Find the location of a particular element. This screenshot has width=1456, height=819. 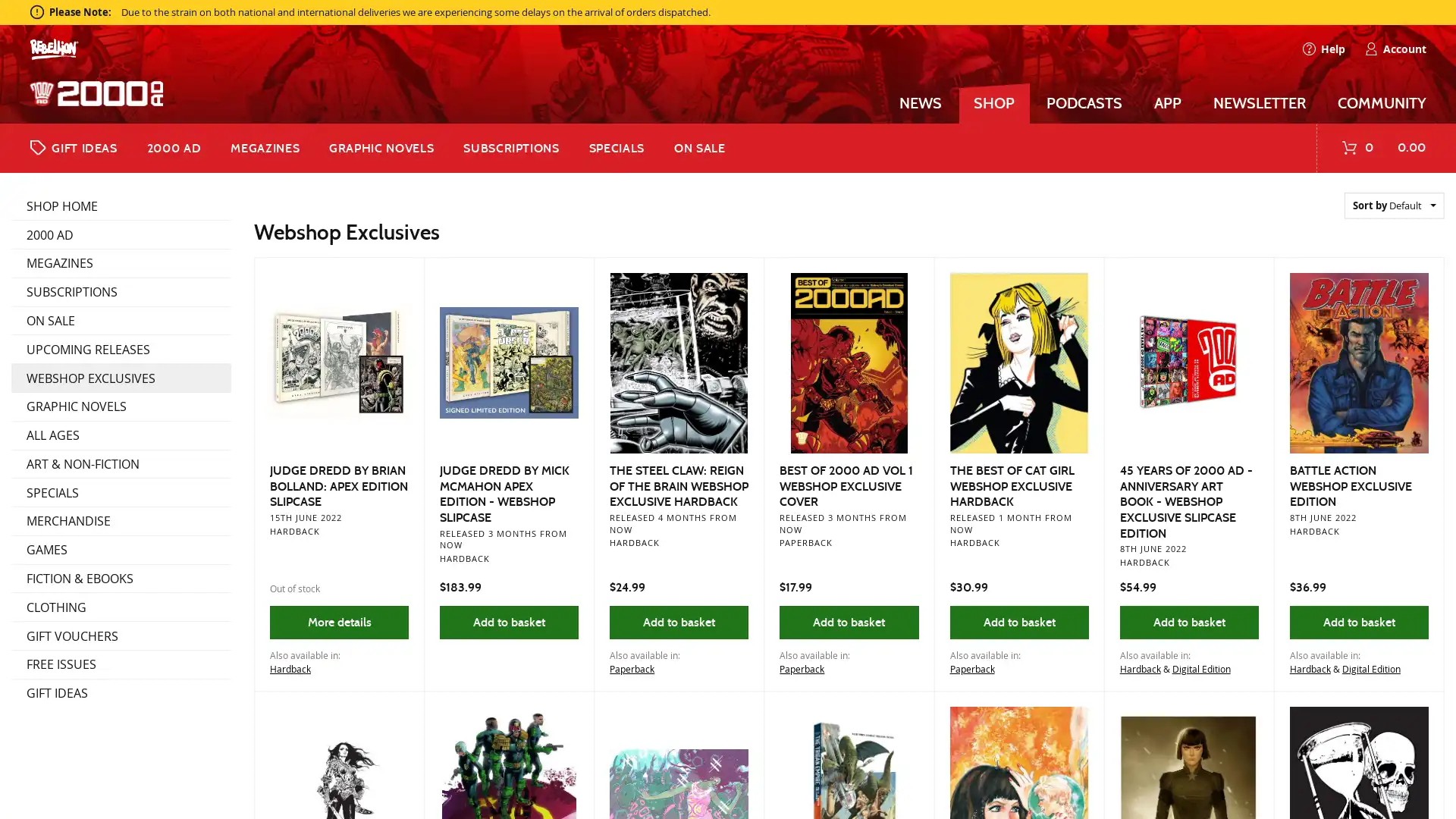

Digital Edition is located at coordinates (1200, 668).